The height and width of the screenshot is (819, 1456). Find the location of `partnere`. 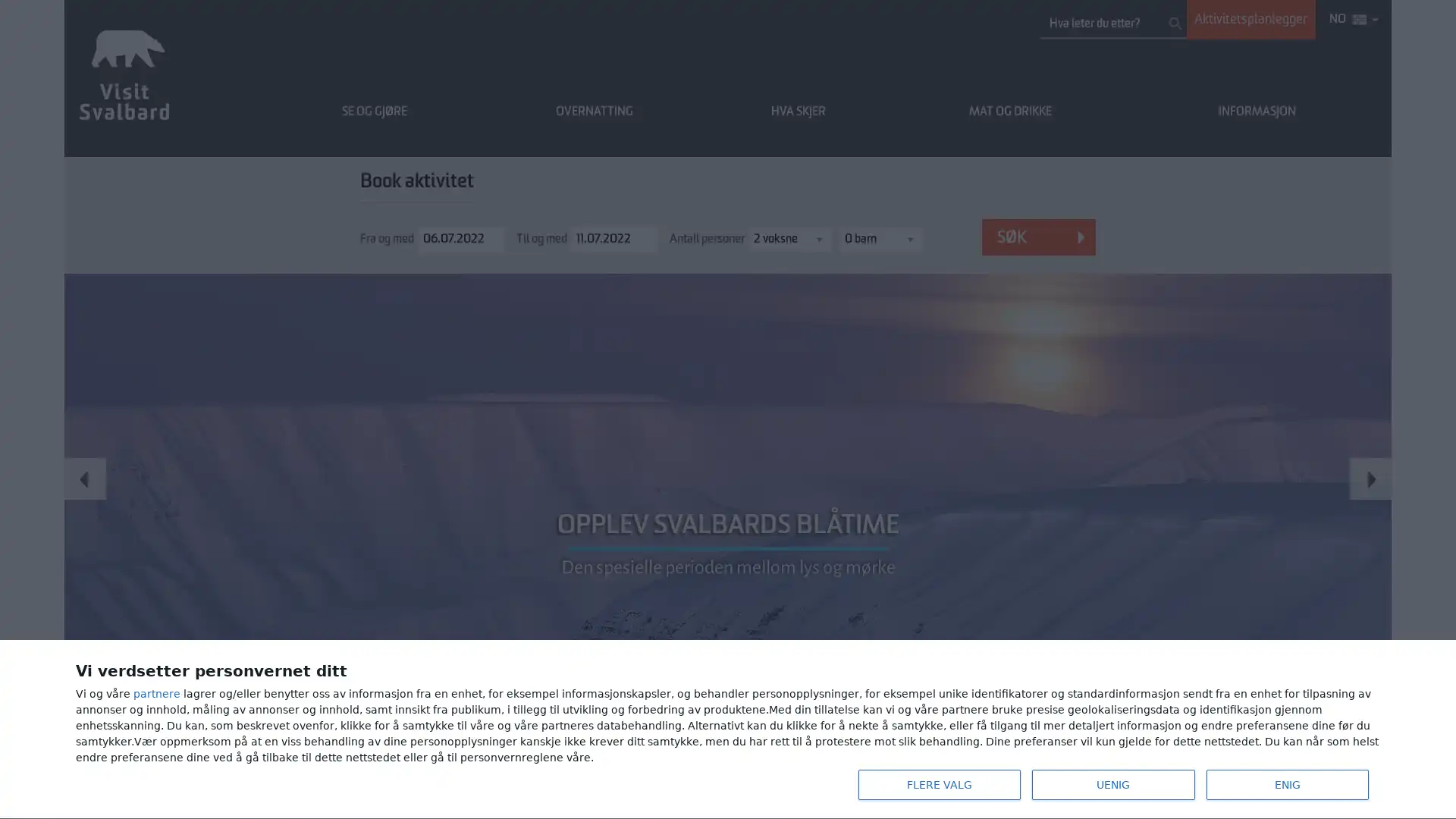

partnere is located at coordinates (156, 693).